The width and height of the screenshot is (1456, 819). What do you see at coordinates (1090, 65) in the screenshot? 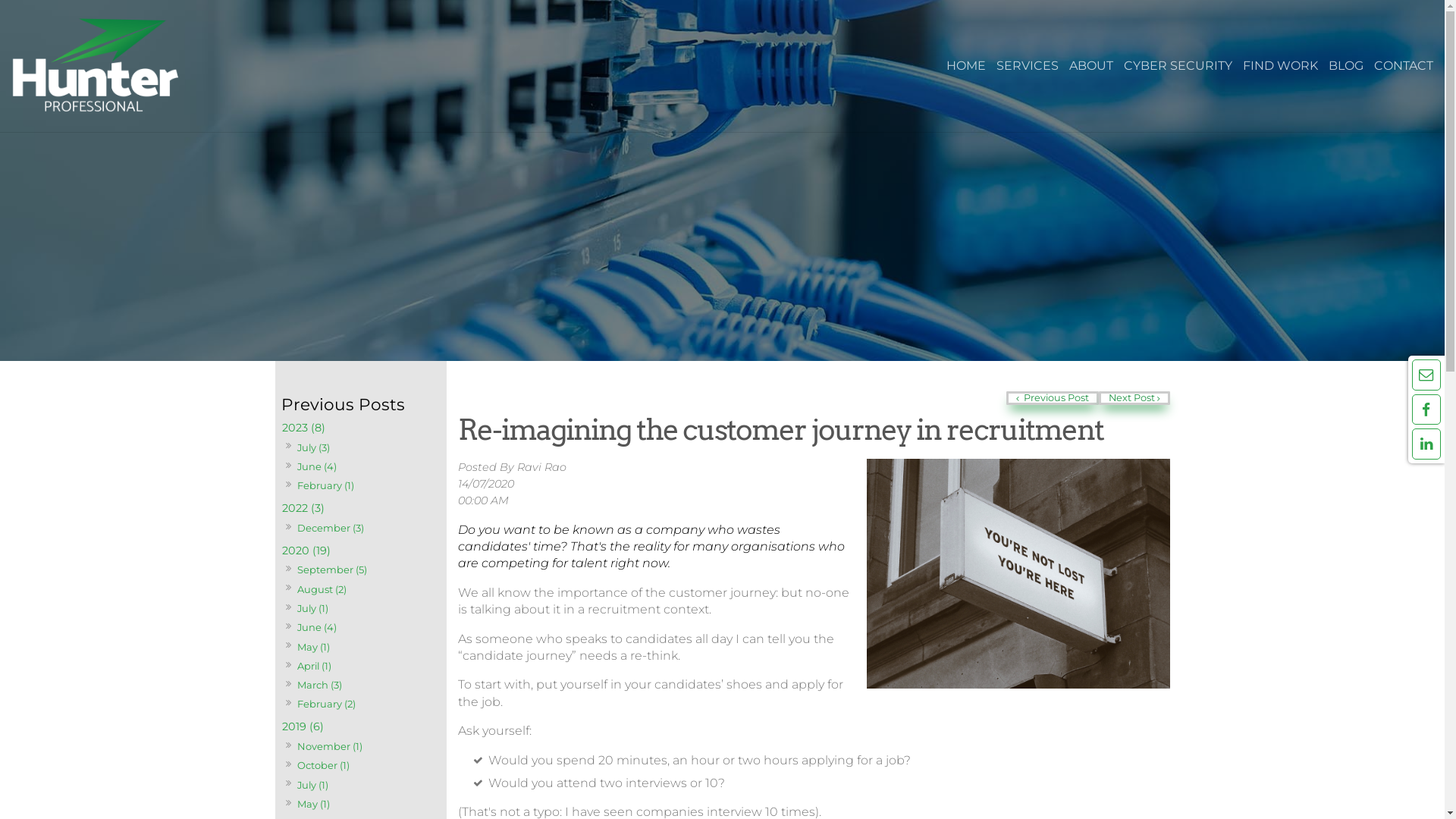
I see `'ABOUT'` at bounding box center [1090, 65].